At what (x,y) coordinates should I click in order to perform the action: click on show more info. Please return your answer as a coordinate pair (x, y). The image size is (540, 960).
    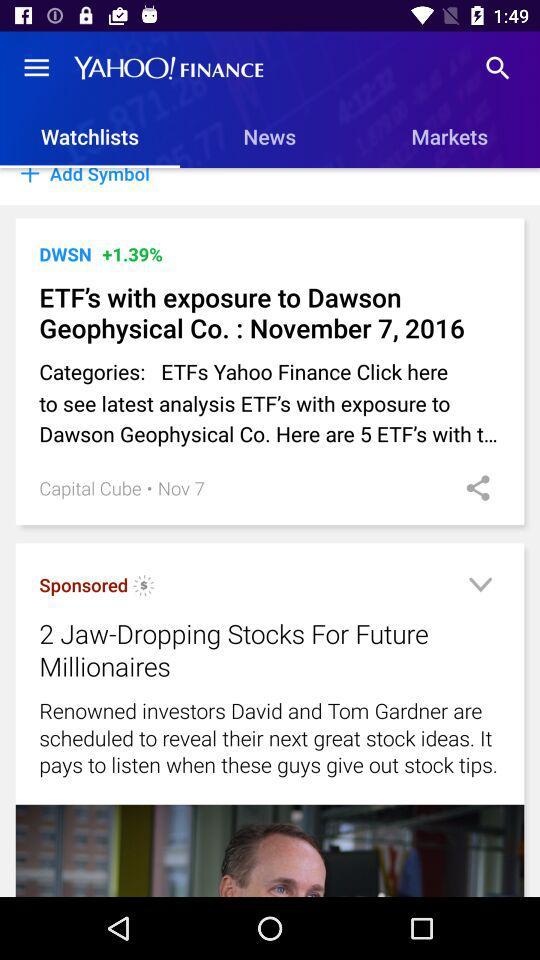
    Looking at the image, I should click on (479, 588).